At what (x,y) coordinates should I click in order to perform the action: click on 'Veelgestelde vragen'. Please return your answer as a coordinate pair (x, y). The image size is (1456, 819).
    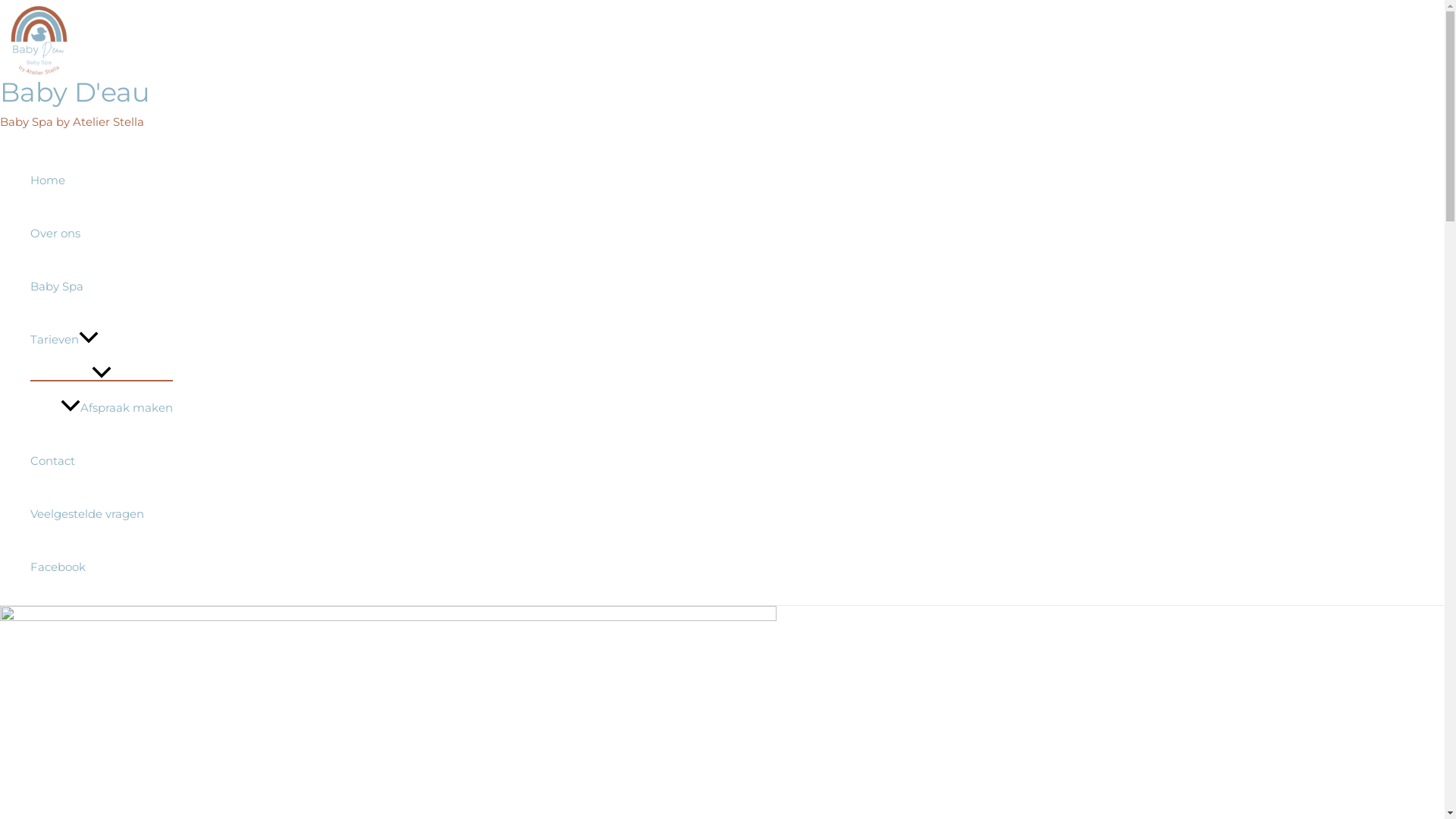
    Looking at the image, I should click on (30, 513).